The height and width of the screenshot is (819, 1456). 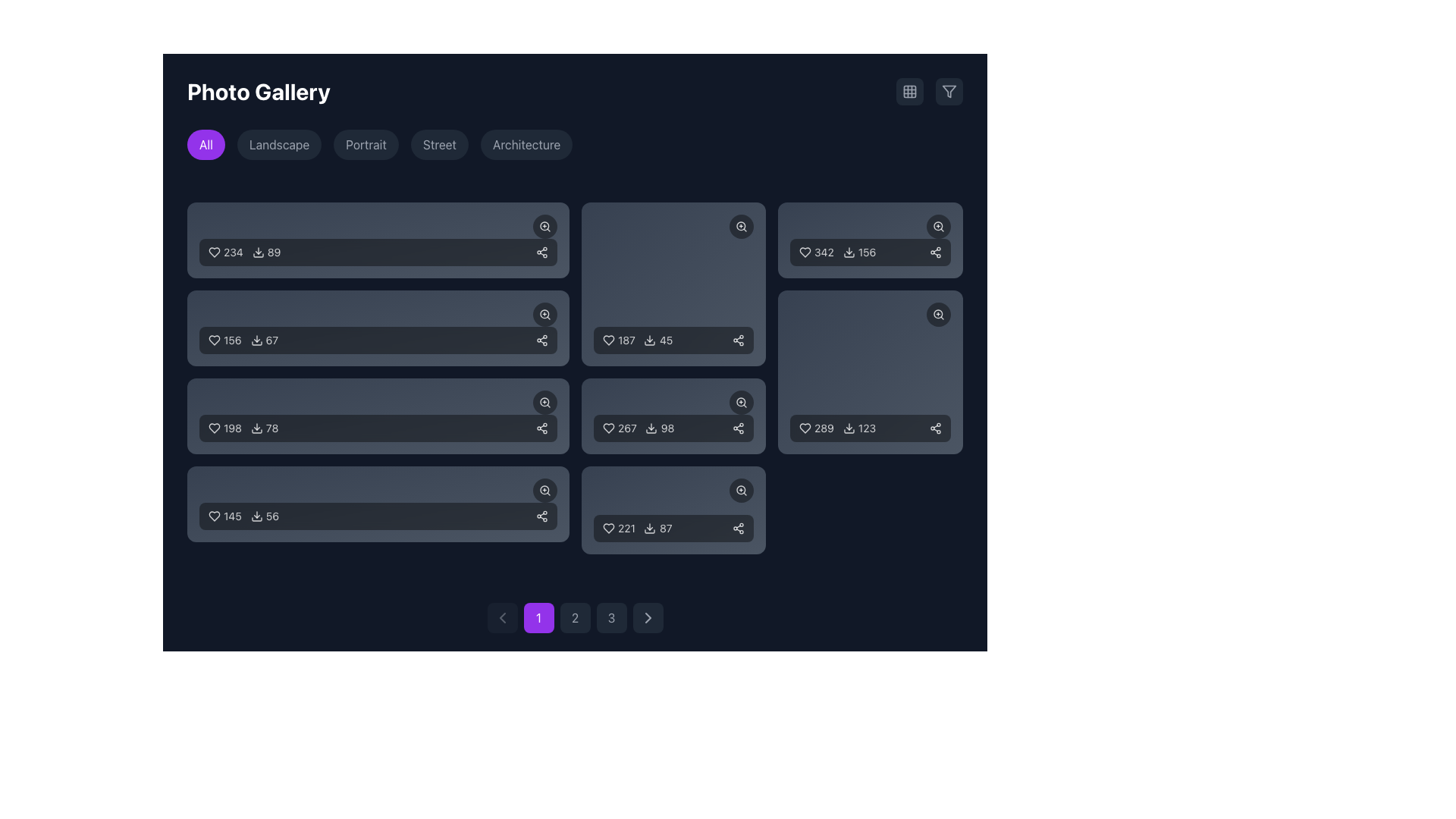 What do you see at coordinates (871, 251) in the screenshot?
I see `the Info display tile located on the right-hand side in the second row from the top, first column from the right, which displays popularity metrics for a specific item` at bounding box center [871, 251].